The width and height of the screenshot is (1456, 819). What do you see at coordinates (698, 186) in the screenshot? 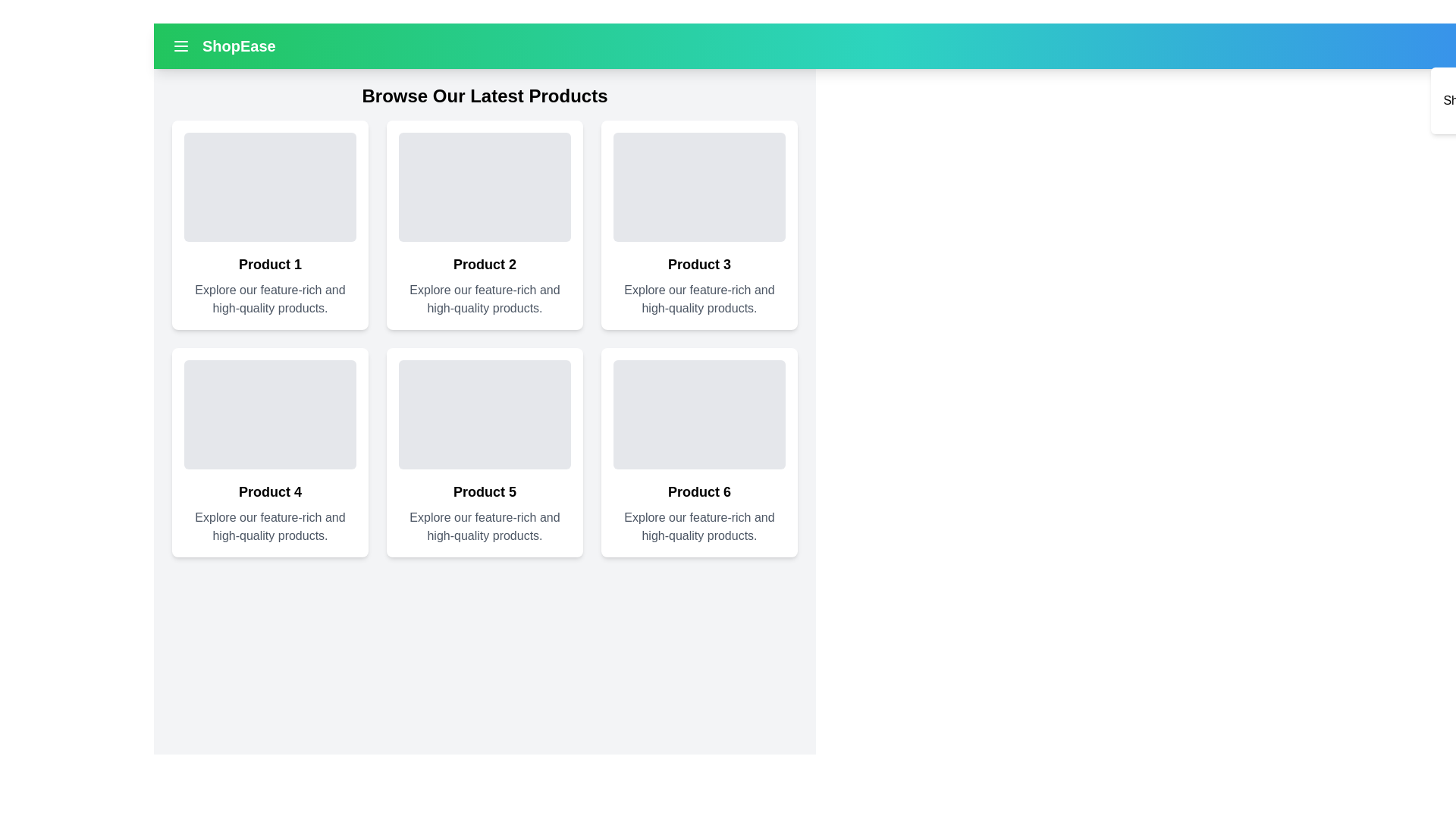
I see `the image placeholder located at the top of the 'Product 3' section, which features a light gray background and rounded corners, indicating visual content` at bounding box center [698, 186].